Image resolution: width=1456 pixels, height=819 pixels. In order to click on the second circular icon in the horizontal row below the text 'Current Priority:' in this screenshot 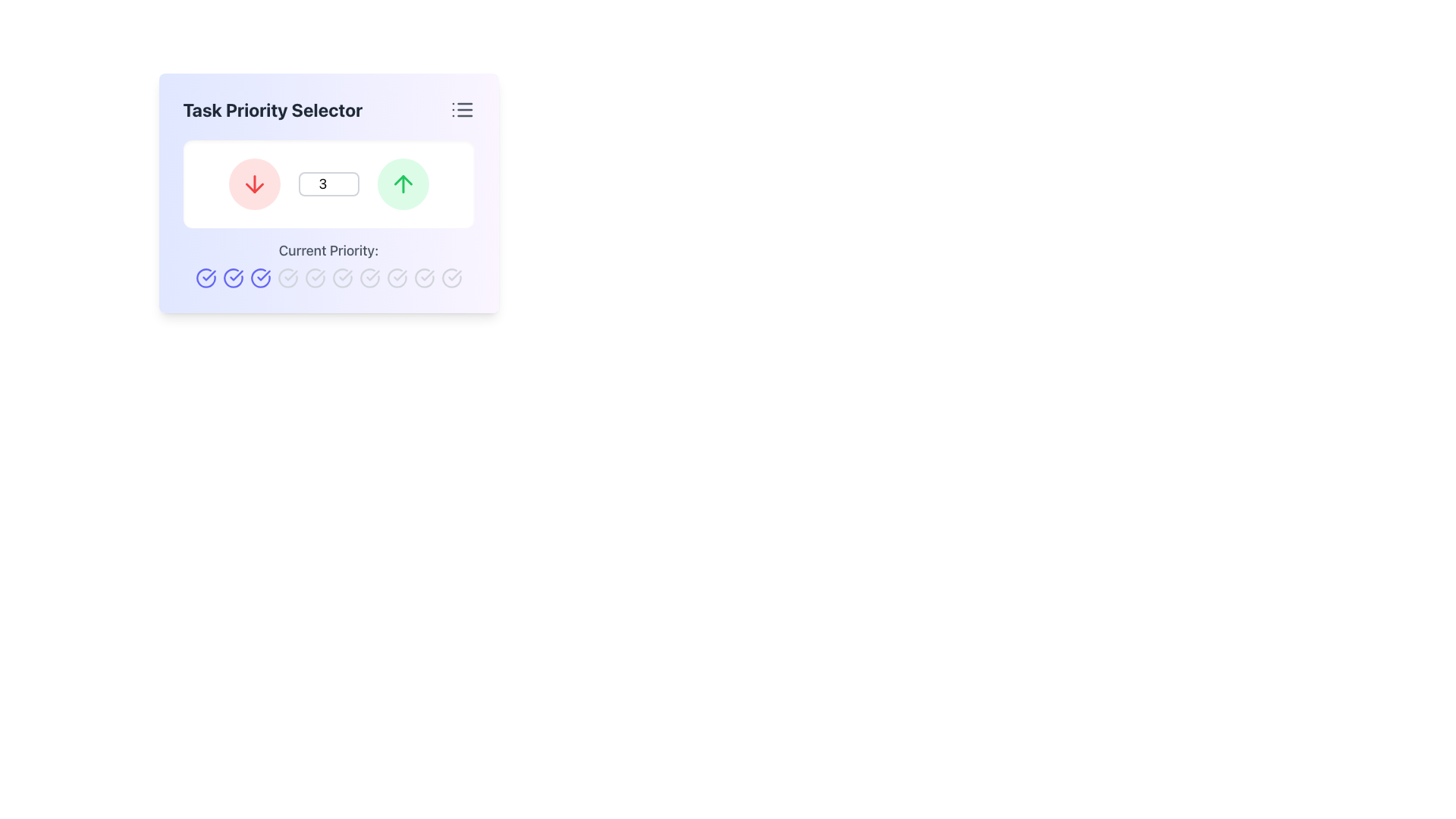, I will do `click(205, 278)`.